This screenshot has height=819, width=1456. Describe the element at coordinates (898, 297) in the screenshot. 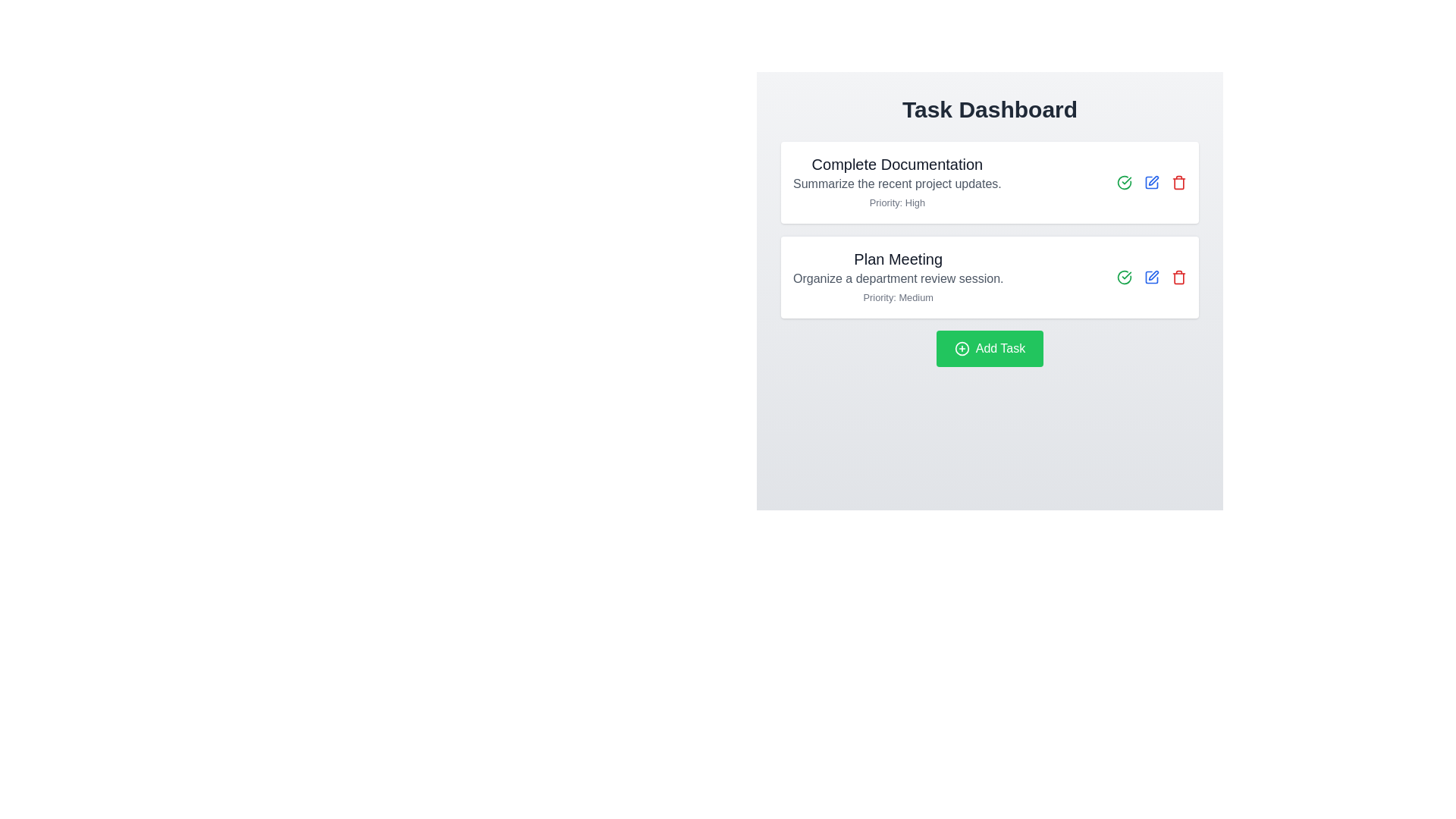

I see `the label displaying the text 'Priority: Medium', which is styled with a subdued gray color and positioned below the task description in the 'Plan Meeting' card` at that location.